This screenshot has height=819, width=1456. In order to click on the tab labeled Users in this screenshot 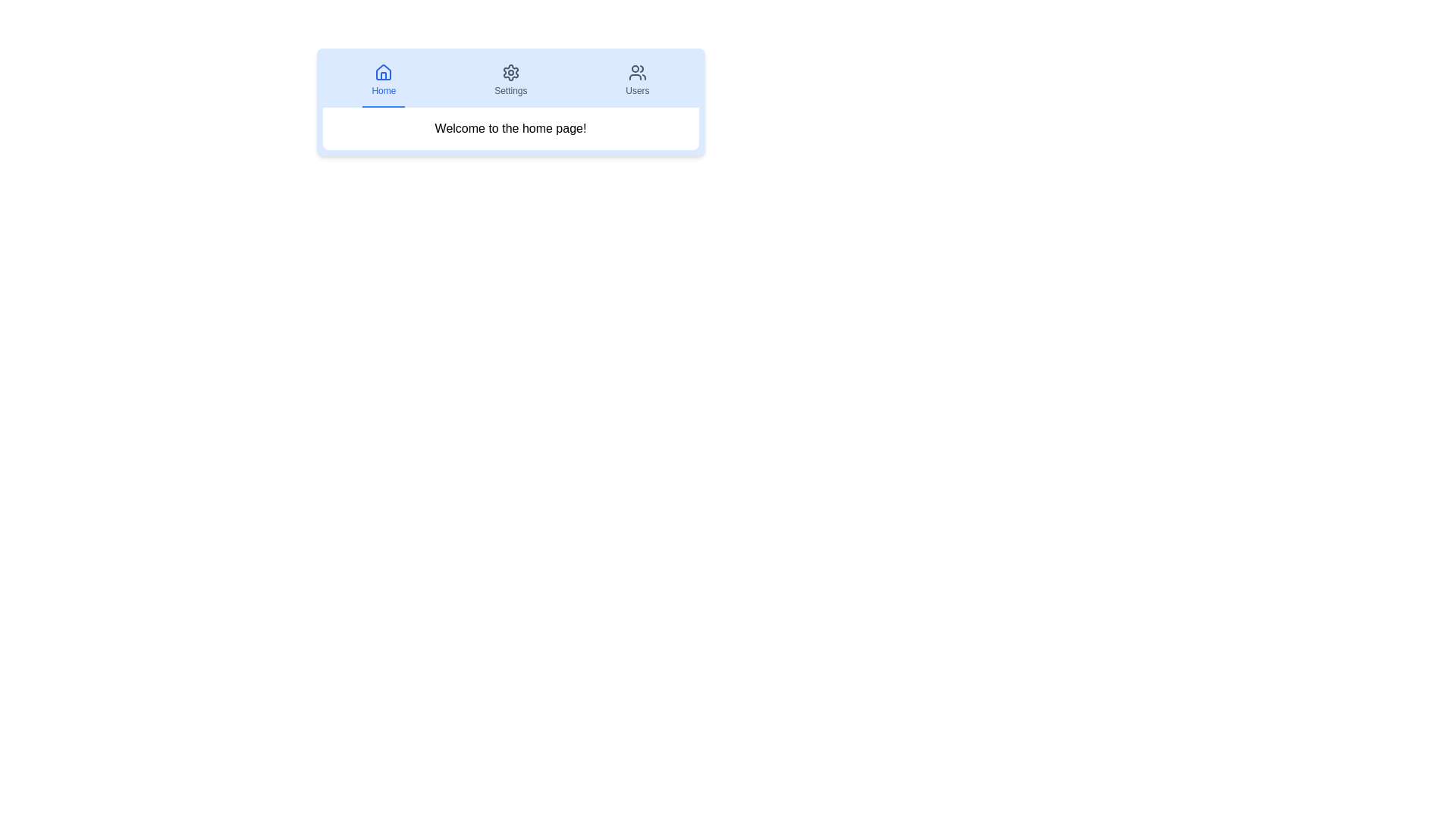, I will do `click(637, 81)`.